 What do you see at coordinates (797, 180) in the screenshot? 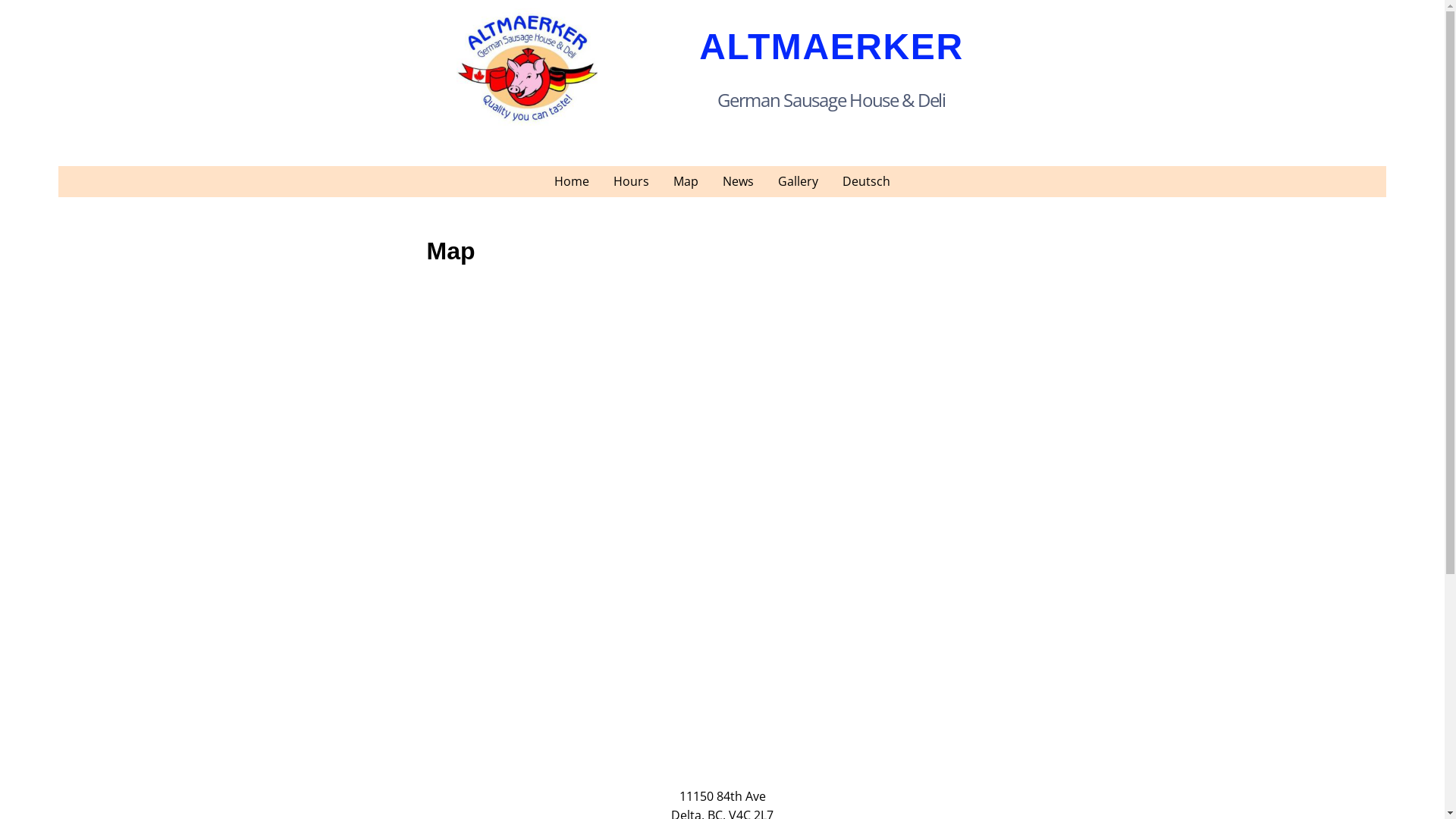
I see `'Gallery'` at bounding box center [797, 180].